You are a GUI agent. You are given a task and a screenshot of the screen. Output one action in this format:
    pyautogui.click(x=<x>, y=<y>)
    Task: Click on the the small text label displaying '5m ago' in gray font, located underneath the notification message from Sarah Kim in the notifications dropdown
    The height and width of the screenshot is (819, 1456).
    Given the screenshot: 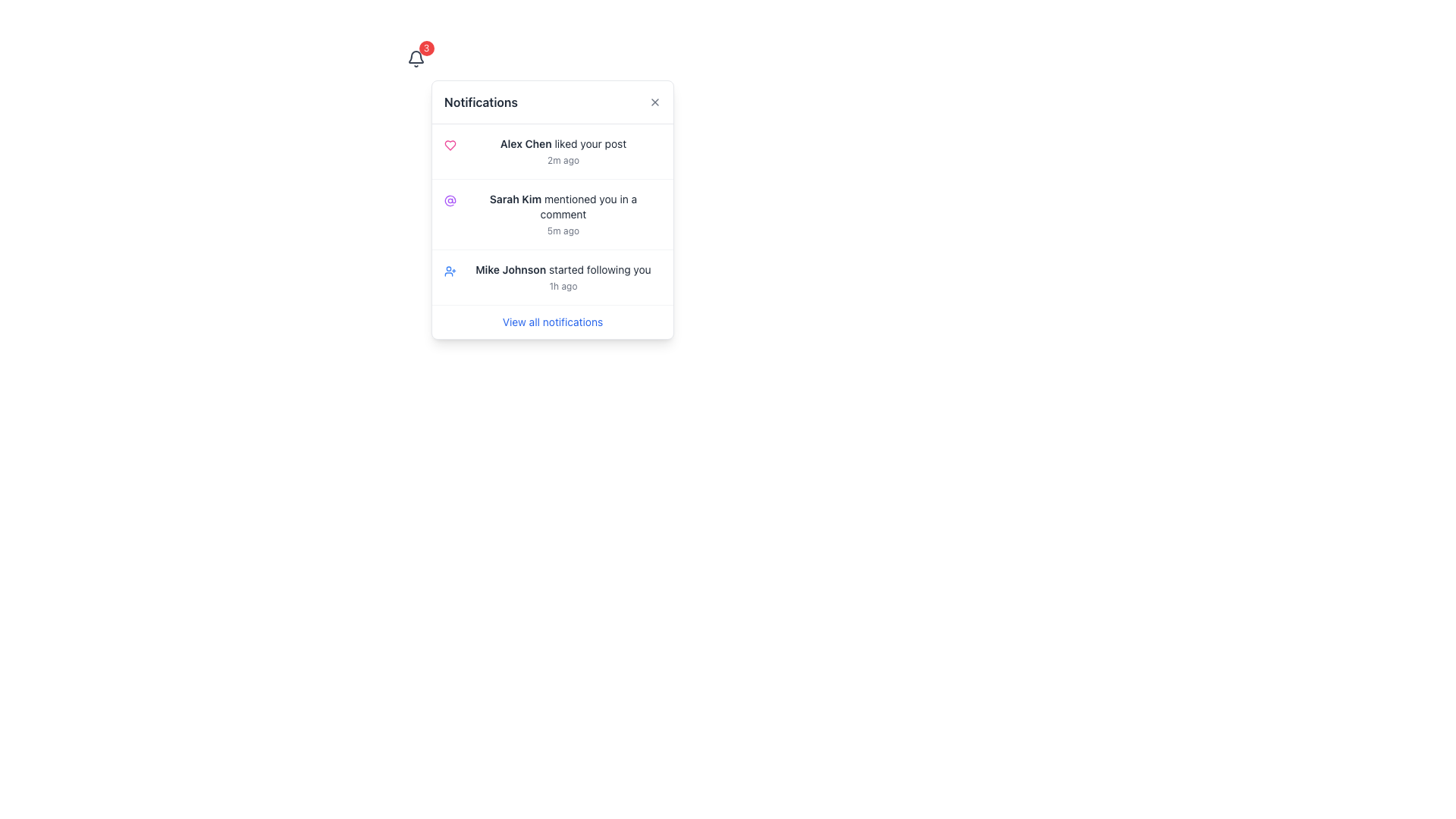 What is the action you would take?
    pyautogui.click(x=563, y=231)
    